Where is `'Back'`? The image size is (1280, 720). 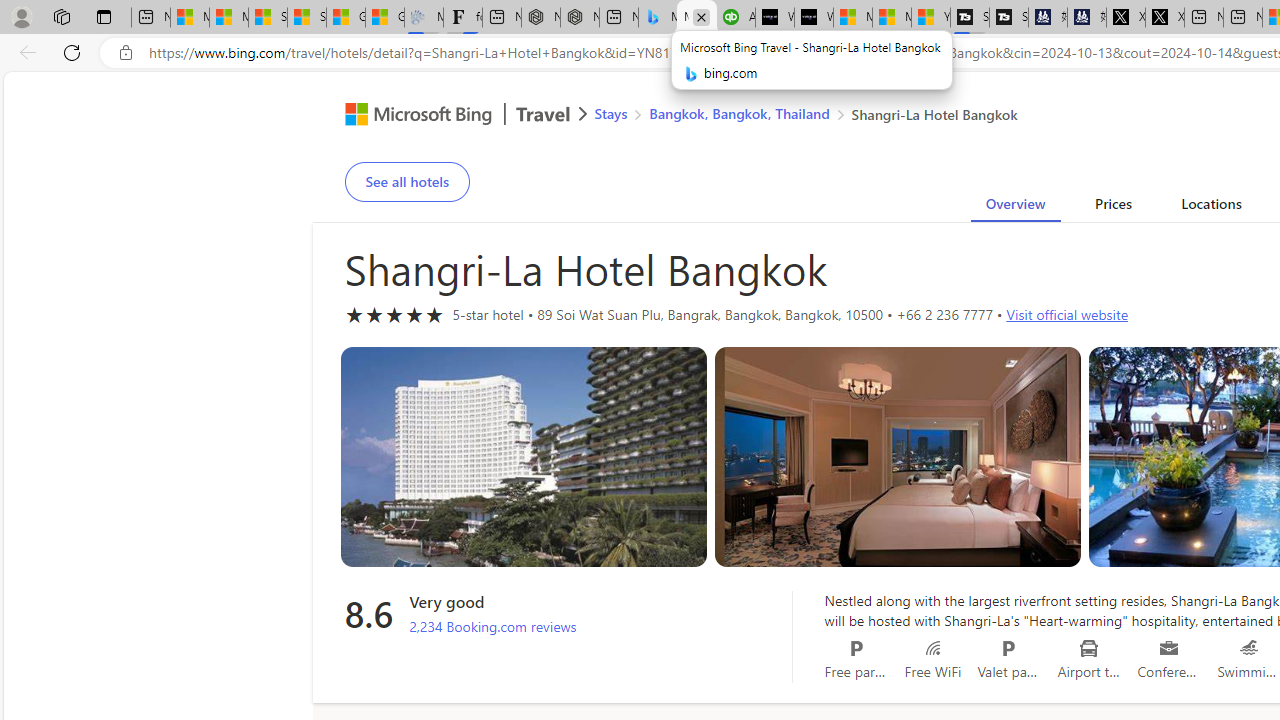 'Back' is located at coordinates (24, 51).